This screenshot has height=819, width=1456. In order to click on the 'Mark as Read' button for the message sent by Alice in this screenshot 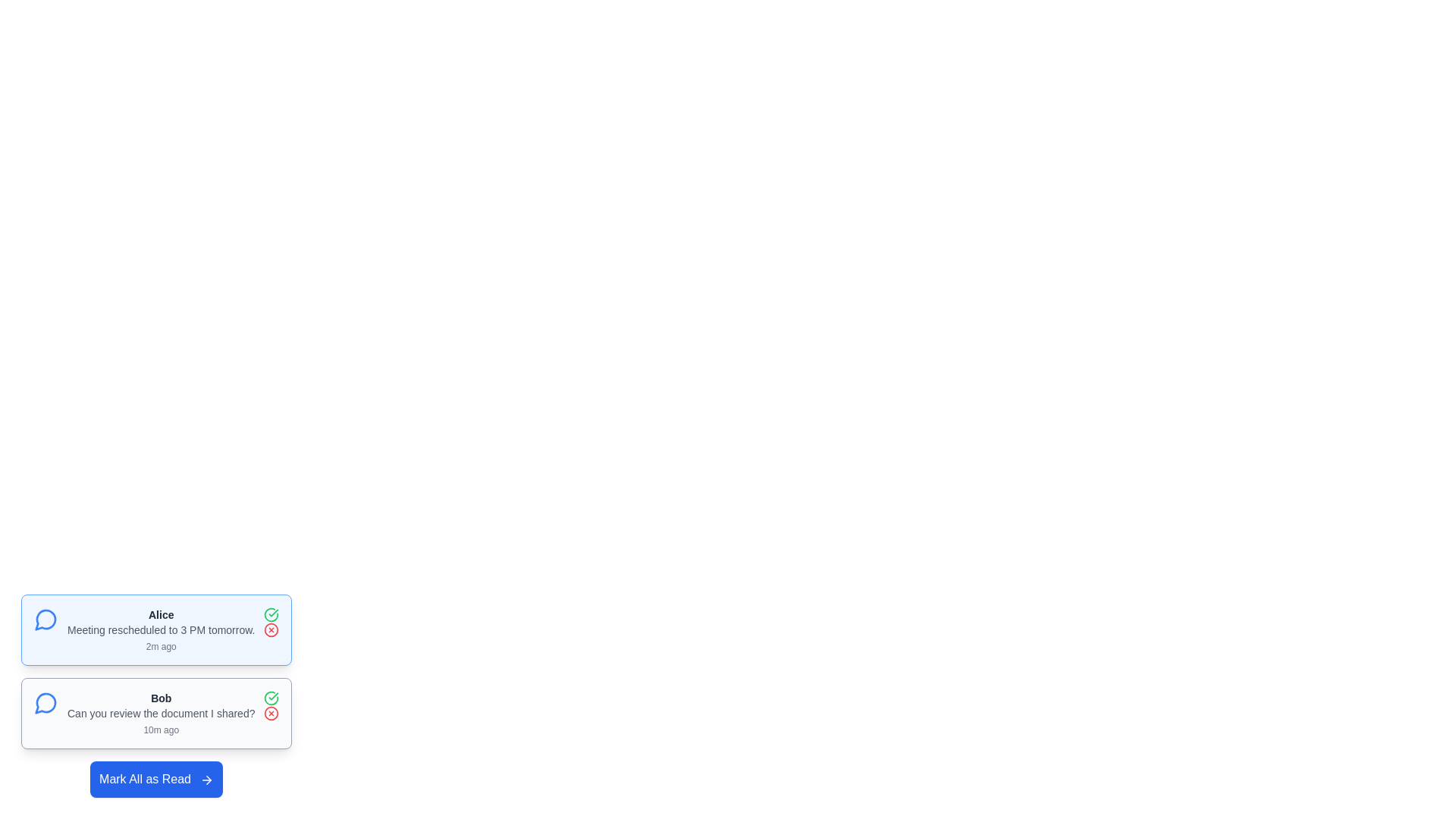, I will do `click(271, 614)`.